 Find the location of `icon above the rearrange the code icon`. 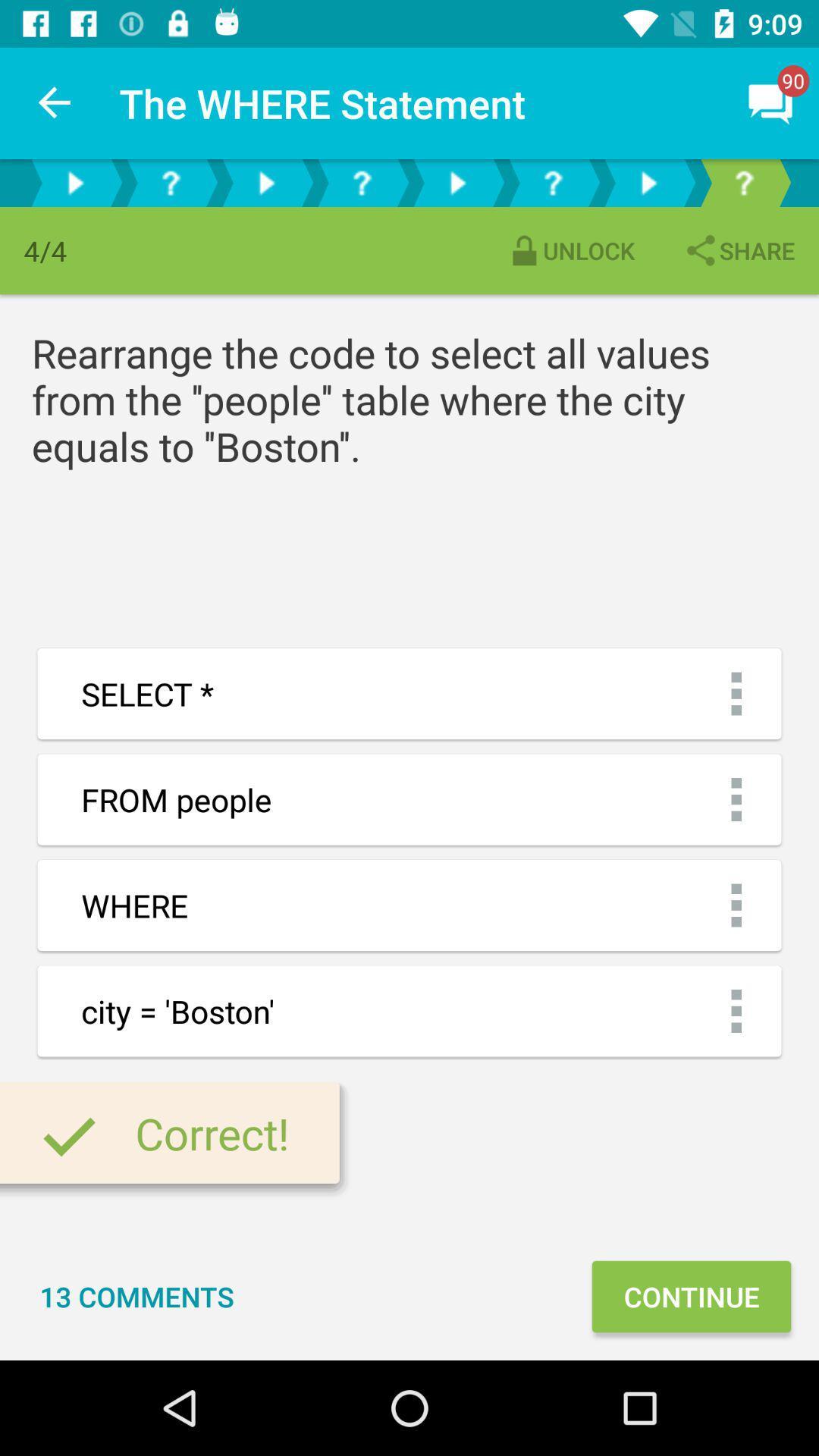

icon above the rearrange the code icon is located at coordinates (738, 250).